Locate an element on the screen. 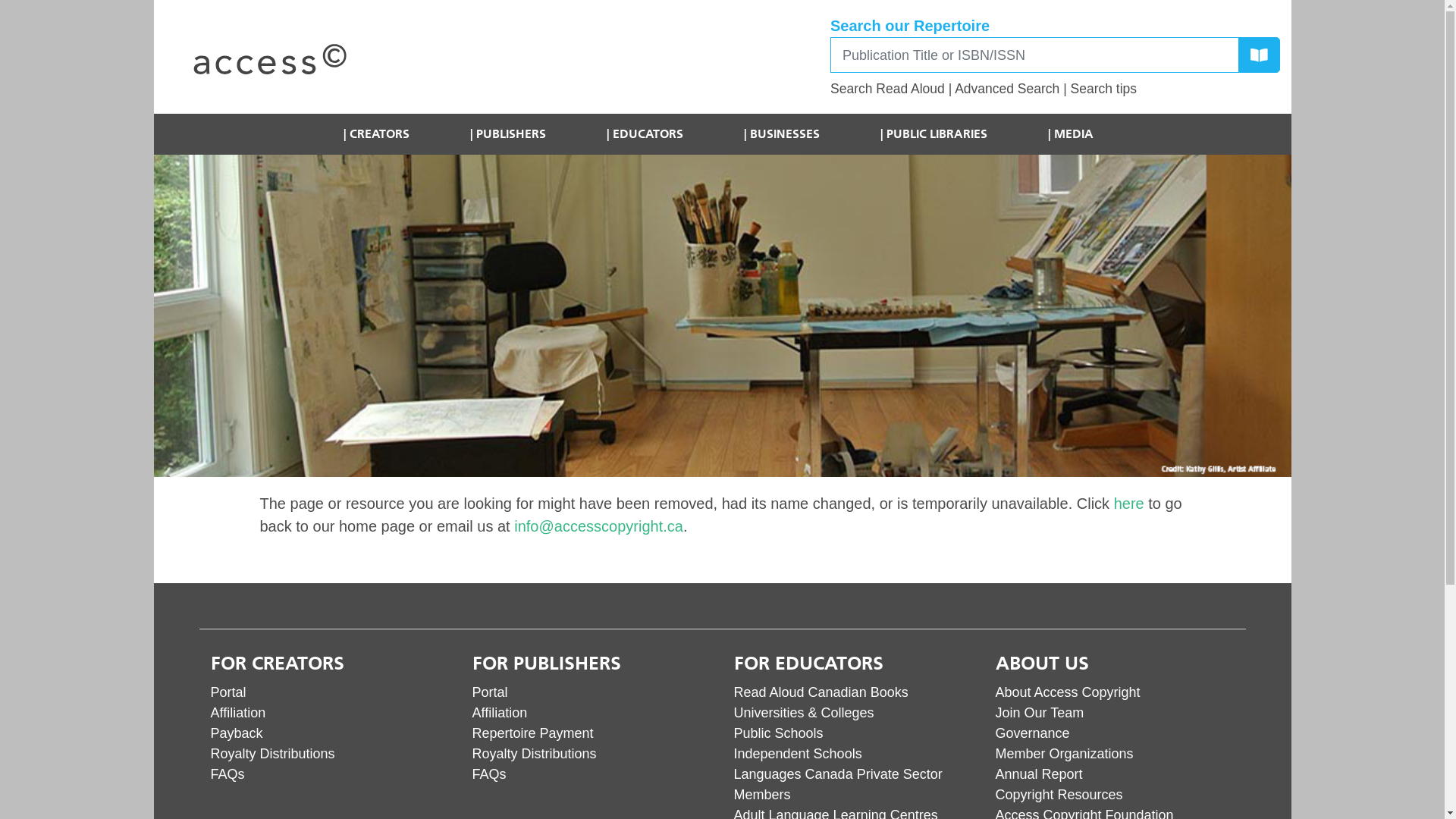 This screenshot has height=819, width=1456. 'Royalty Distributions' is located at coordinates (210, 754).